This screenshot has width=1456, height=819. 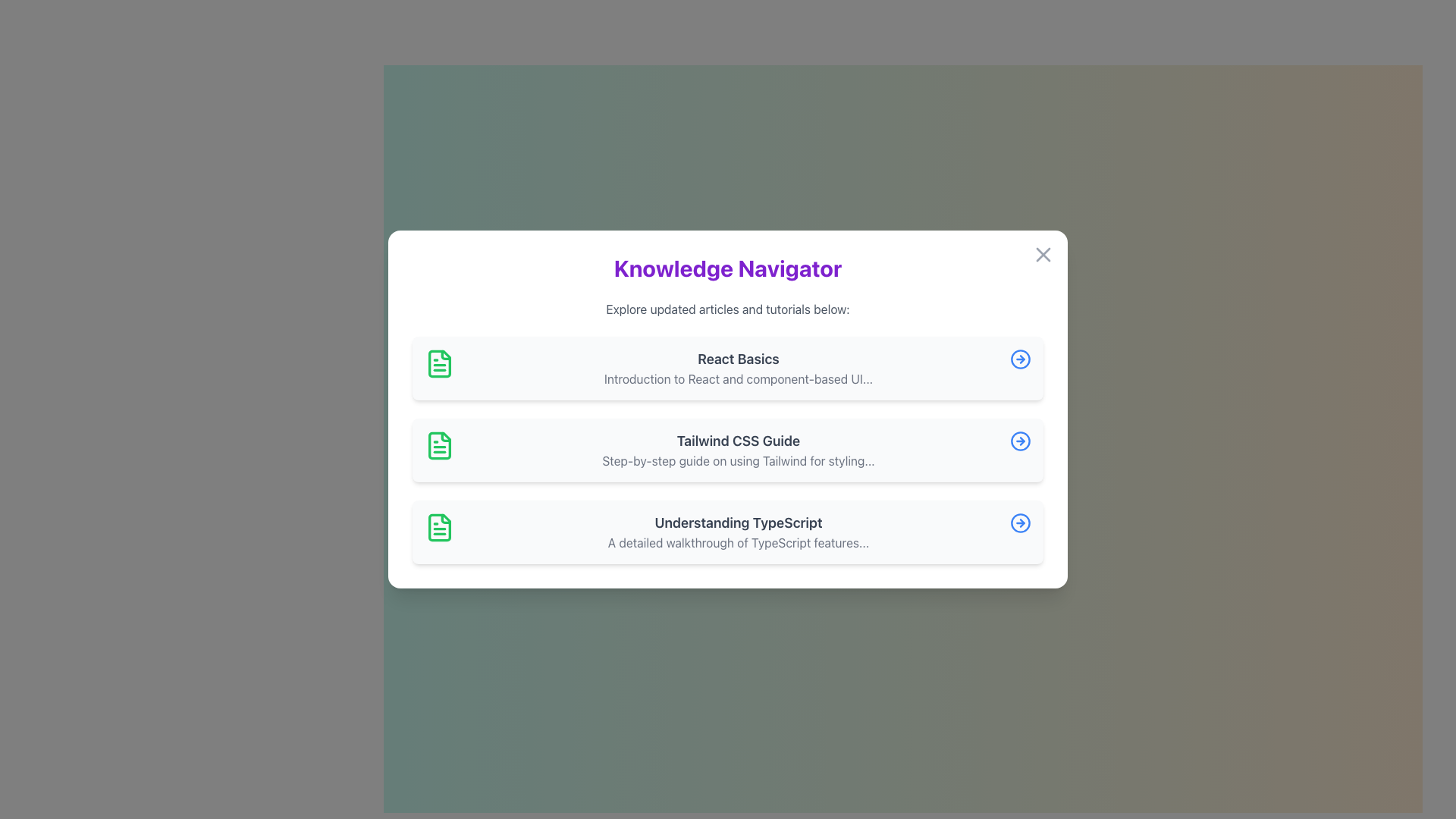 What do you see at coordinates (902, 467) in the screenshot?
I see `the button that toggles the visibility of the navigator or menu to change its color` at bounding box center [902, 467].